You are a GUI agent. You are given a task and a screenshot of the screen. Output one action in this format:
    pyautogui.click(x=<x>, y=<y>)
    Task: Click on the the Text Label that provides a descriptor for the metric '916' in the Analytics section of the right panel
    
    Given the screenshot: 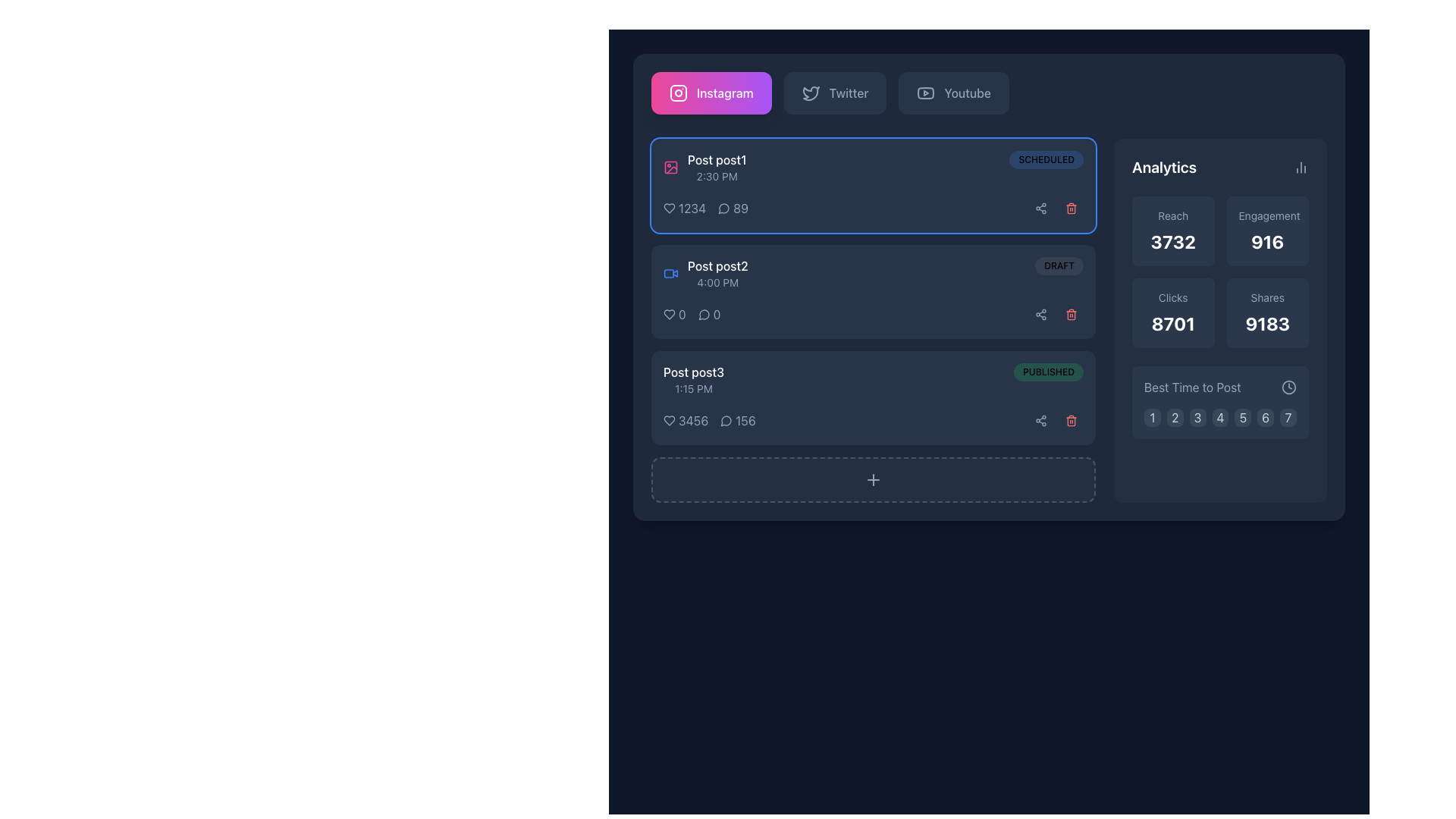 What is the action you would take?
    pyautogui.click(x=1267, y=216)
    